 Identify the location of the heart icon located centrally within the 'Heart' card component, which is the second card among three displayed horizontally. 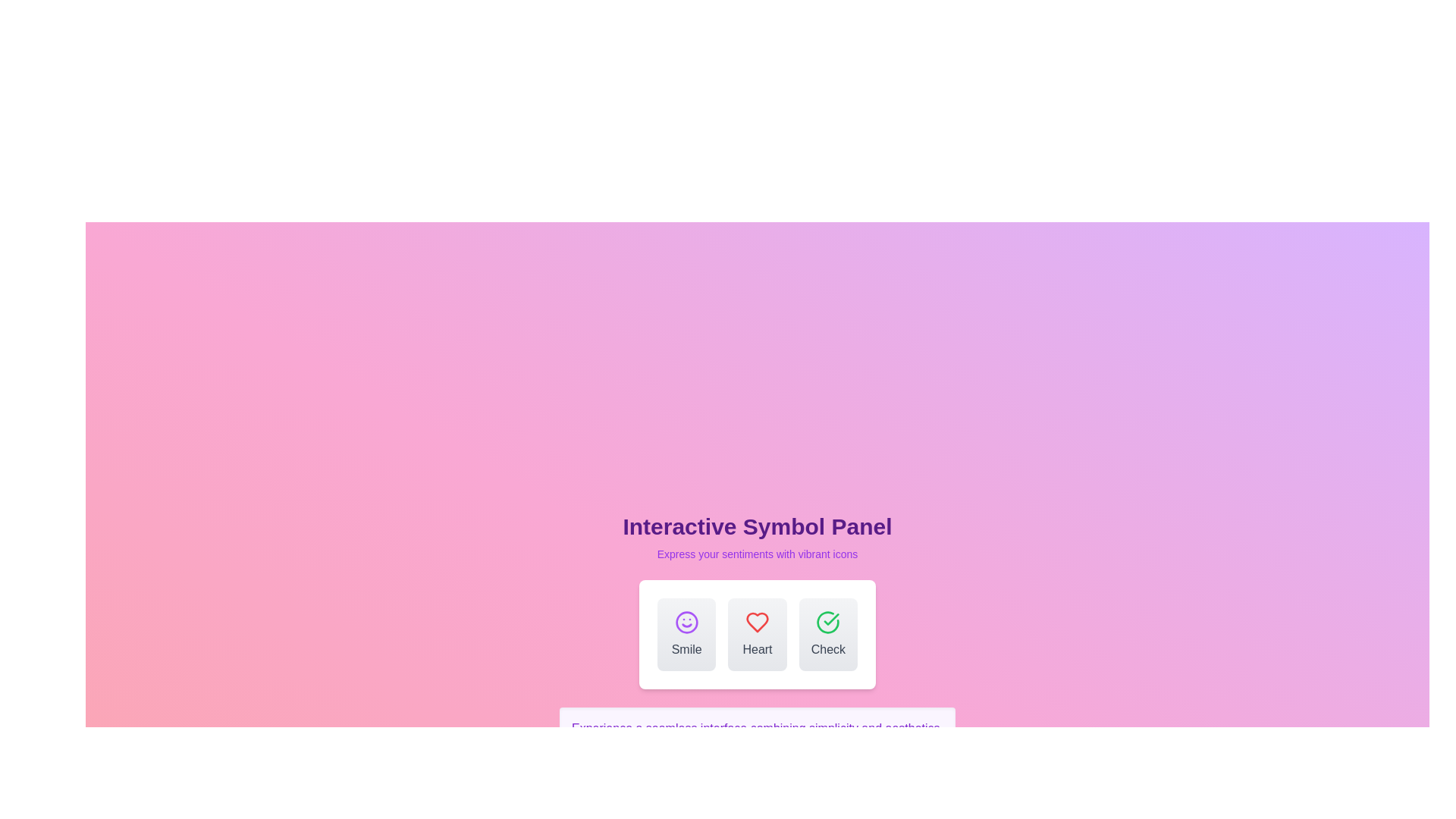
(757, 623).